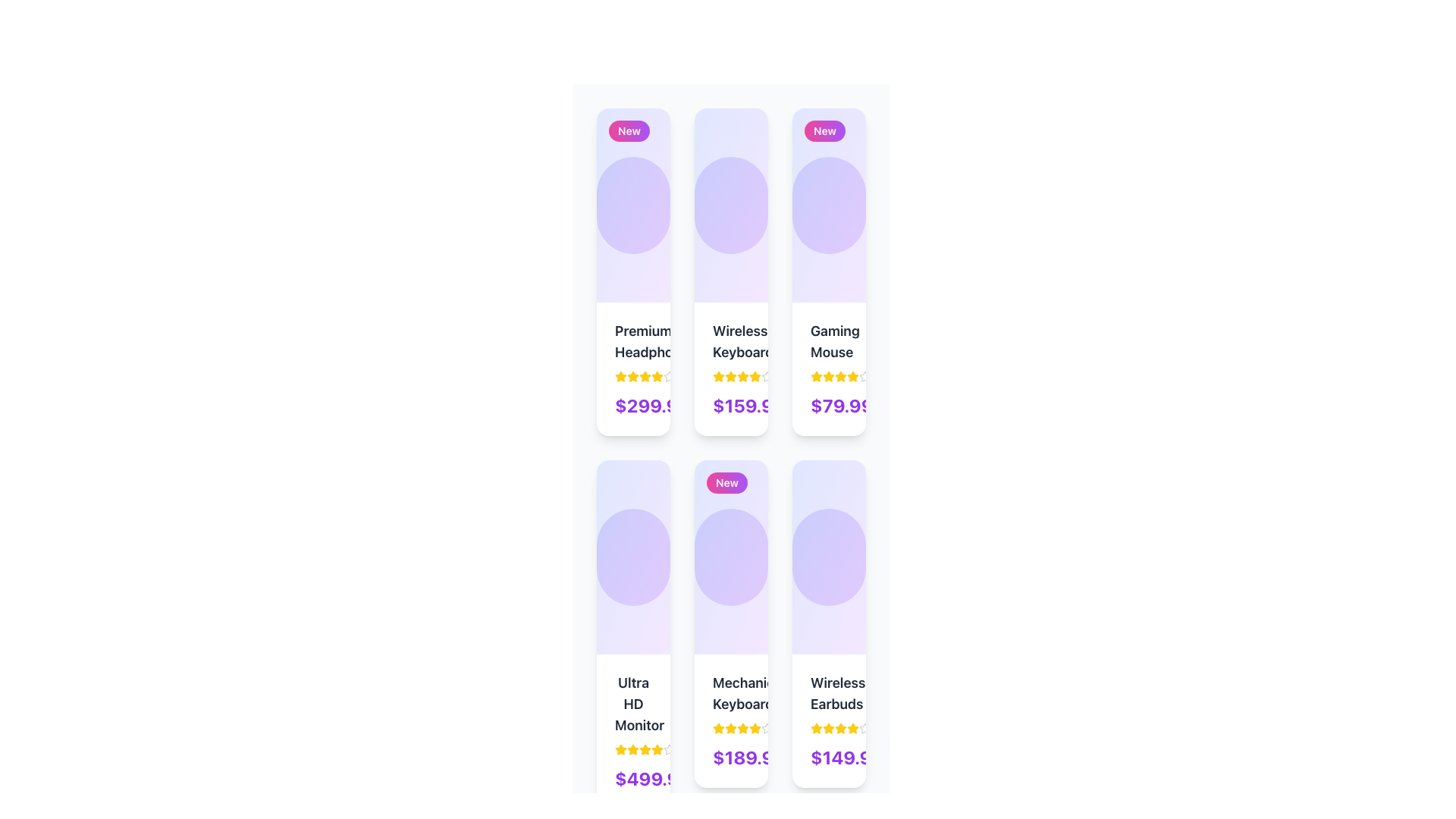 This screenshot has width=1456, height=819. I want to click on the third star icon in the rating system located underneath the 'Wireless Keyboard' label to interact with it, so click(731, 376).